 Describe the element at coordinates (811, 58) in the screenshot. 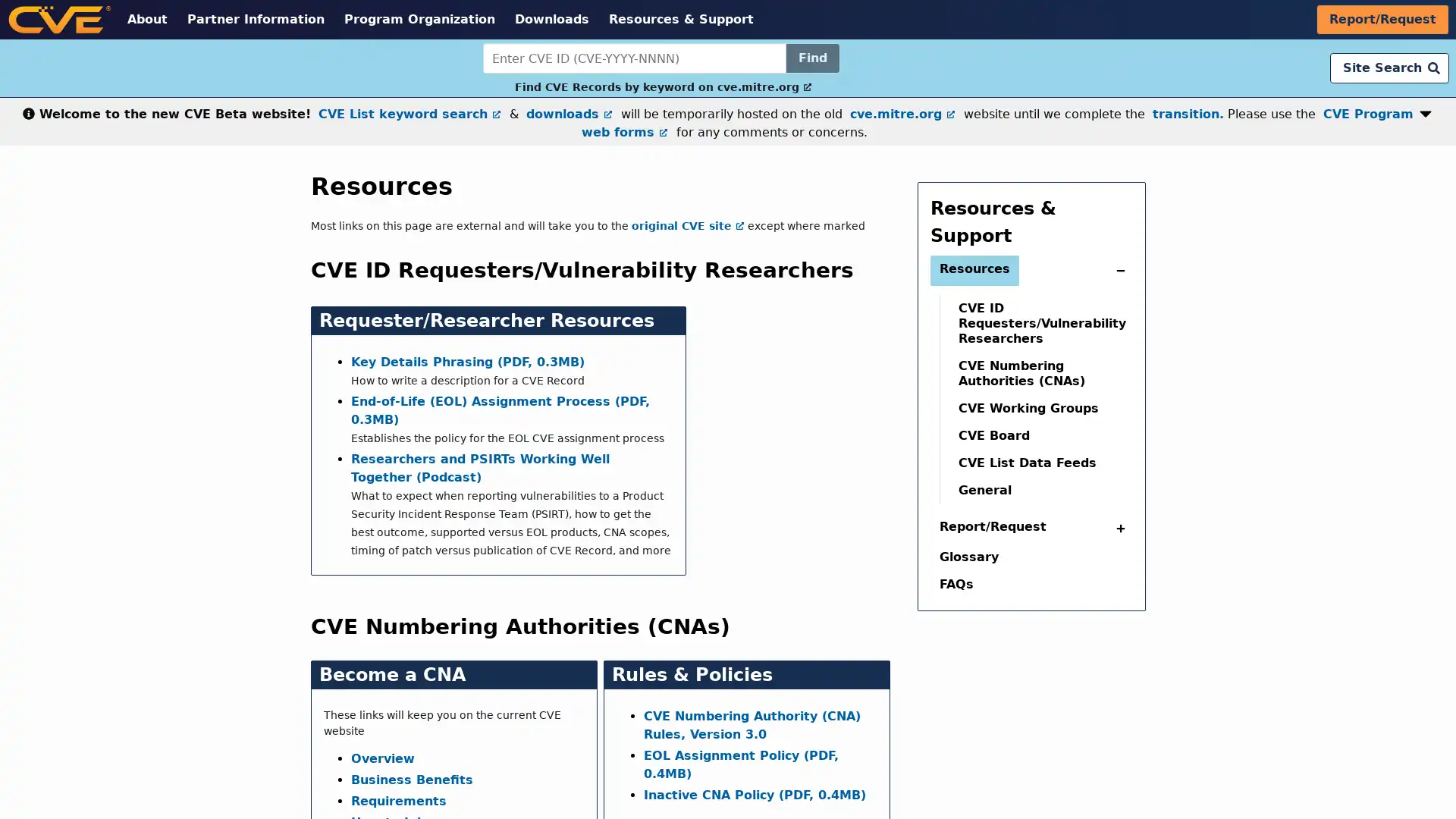

I see `Find` at that location.